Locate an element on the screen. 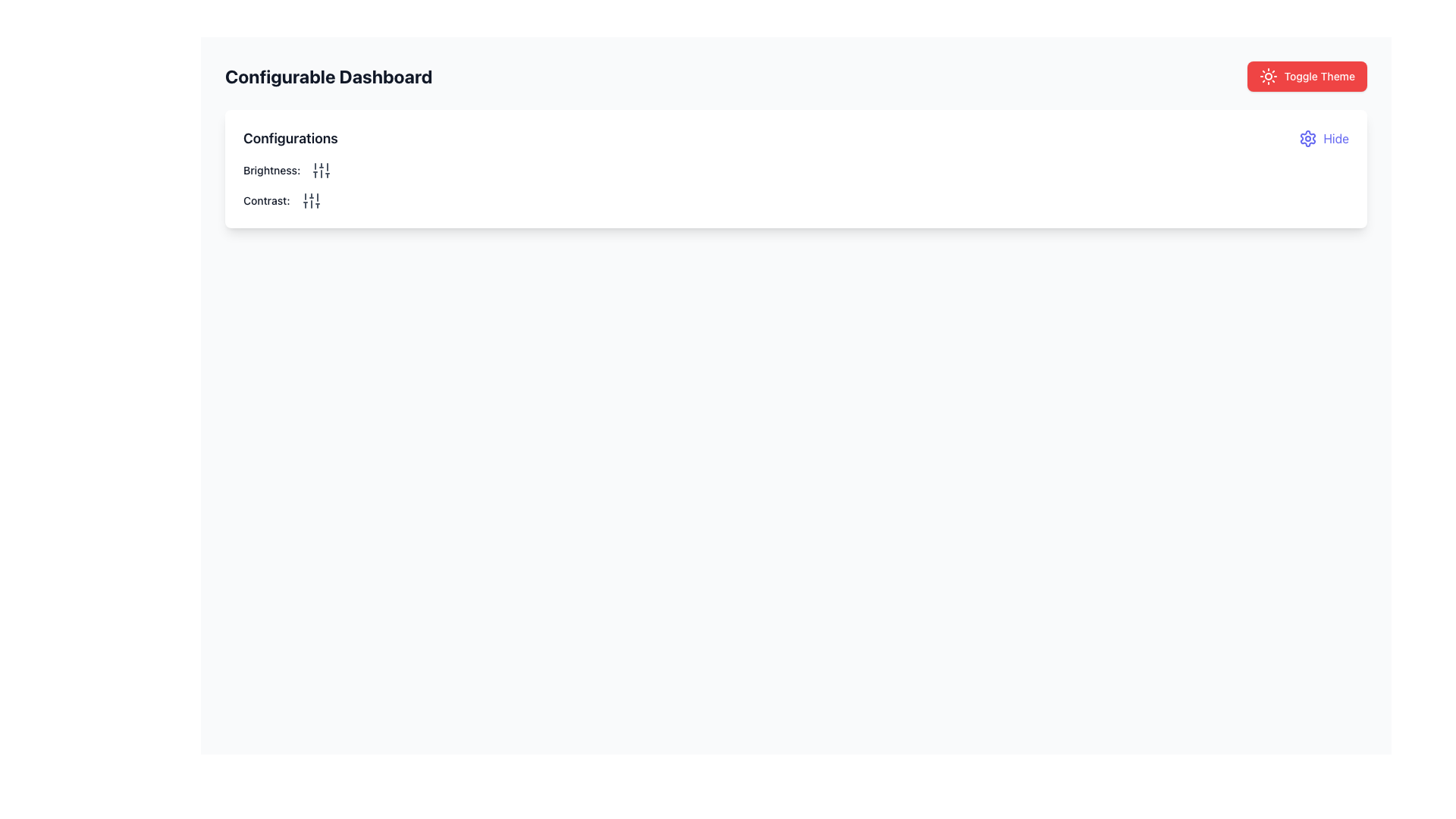 The width and height of the screenshot is (1456, 819). the 'Toggle Theme' button with a red background and white text, located in the top-right corner of the 'Configurable Dashboard' interface is located at coordinates (1307, 76).